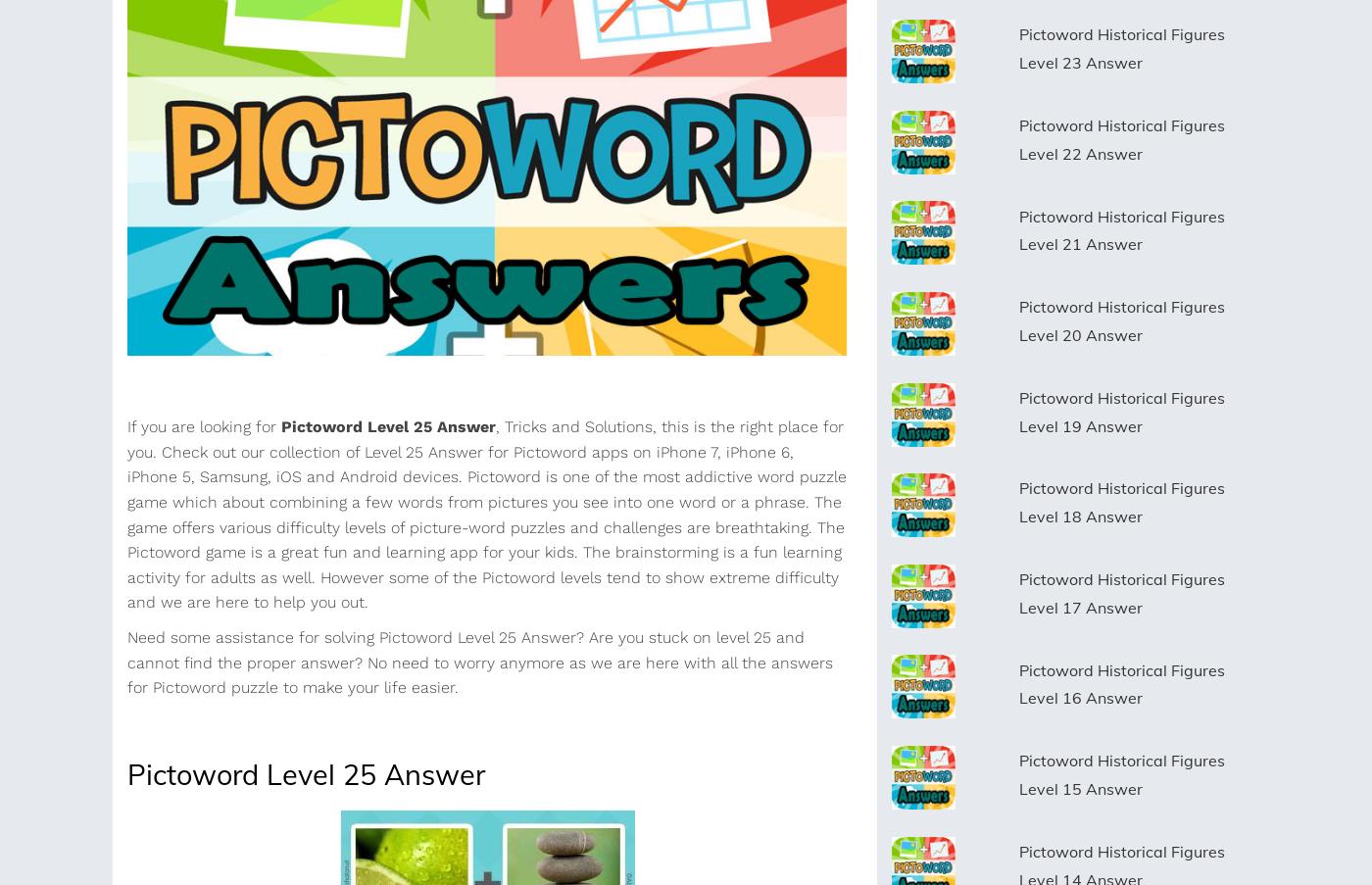 The image size is (1372, 885). Describe the element at coordinates (1120, 138) in the screenshot. I see `'Pictoword Historical Figures Level 22 Answer'` at that location.